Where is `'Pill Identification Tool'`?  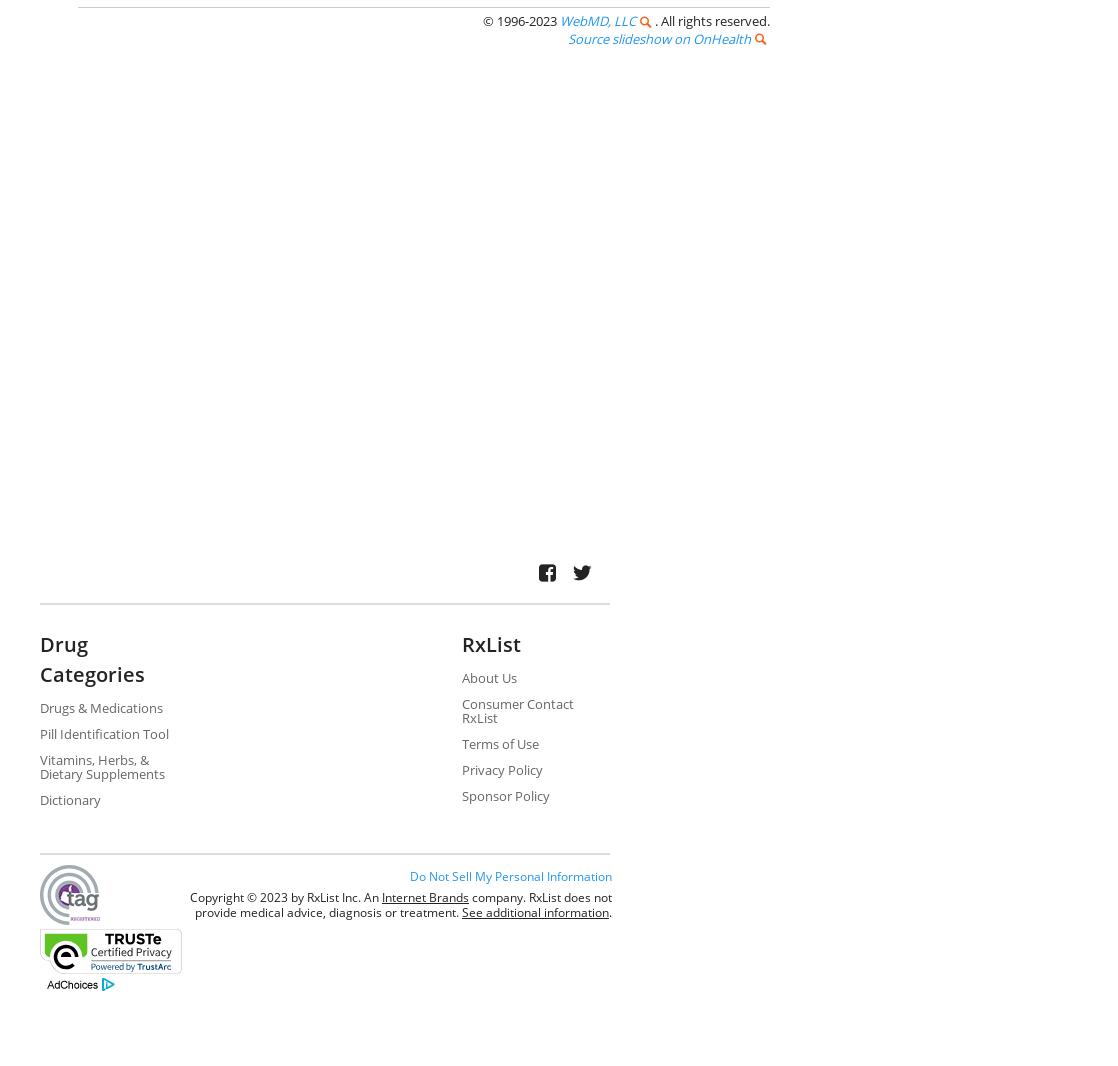 'Pill Identification Tool' is located at coordinates (40, 733).